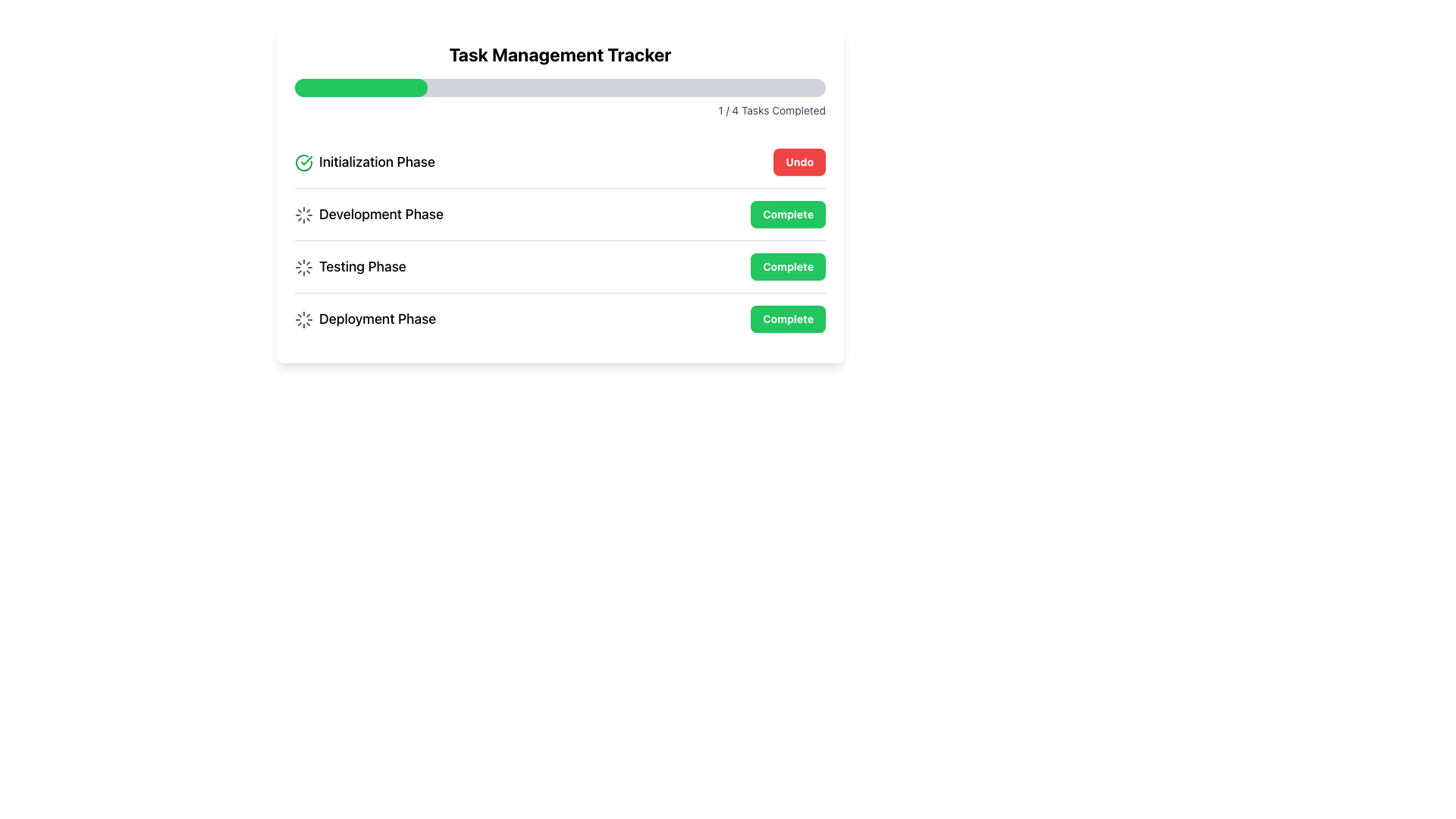 The width and height of the screenshot is (1456, 819). Describe the element at coordinates (788, 214) in the screenshot. I see `the button that marks the 'Development Phase' task as completed, located to the right of the 'Development Phase' label in the task list` at that location.